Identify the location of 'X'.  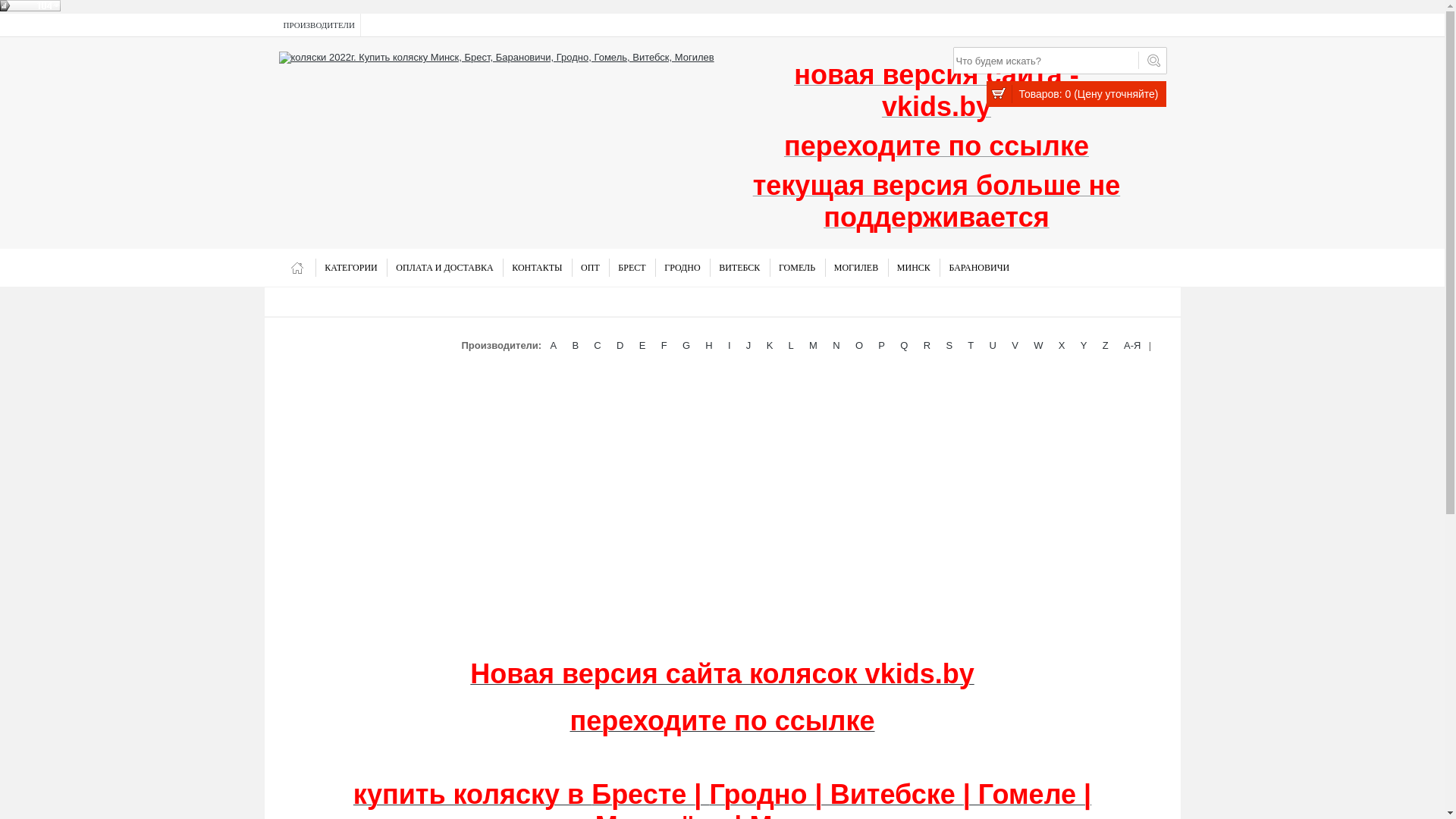
(1054, 345).